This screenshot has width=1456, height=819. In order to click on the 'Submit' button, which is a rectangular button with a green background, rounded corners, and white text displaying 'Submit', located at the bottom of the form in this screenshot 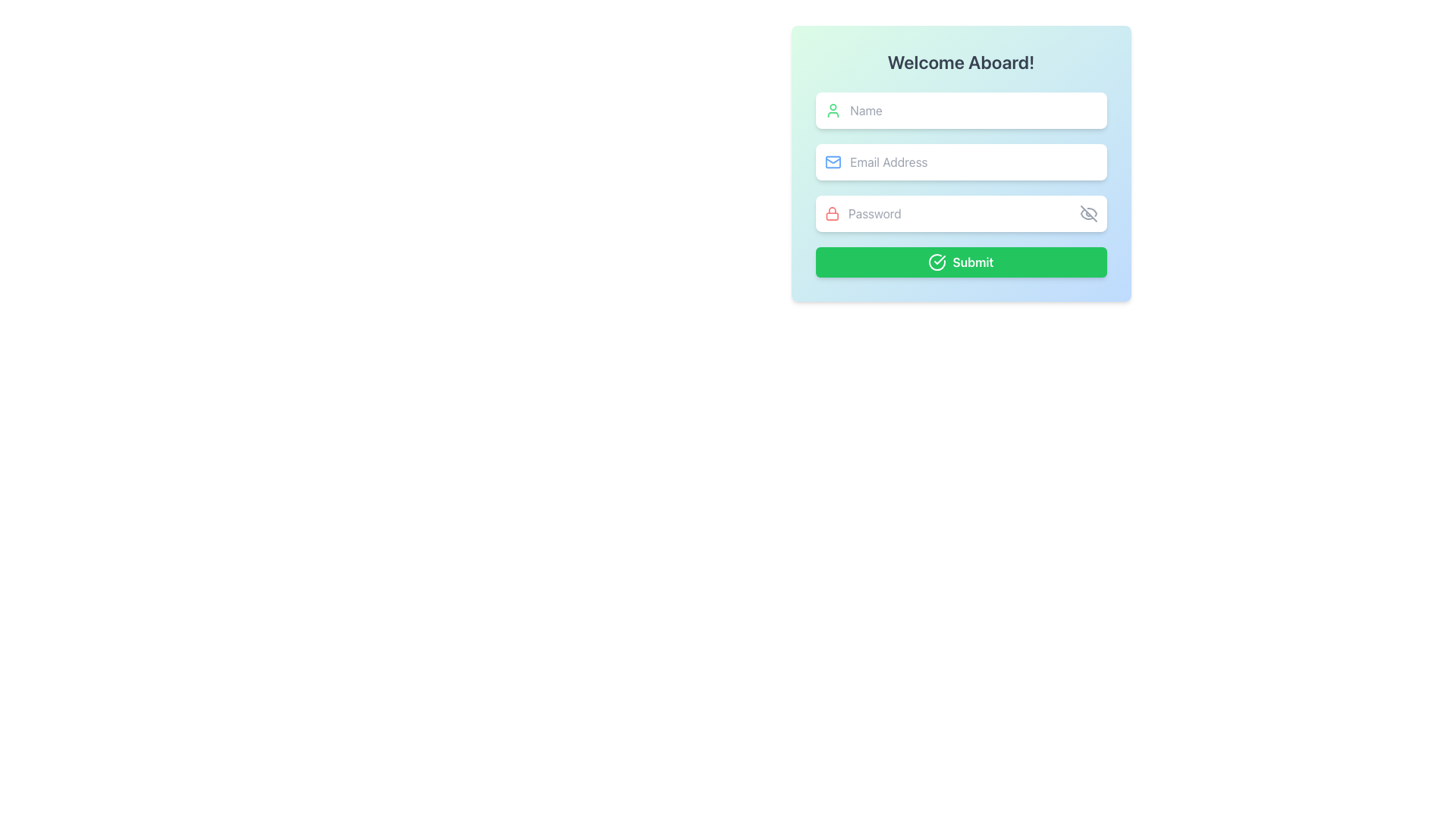, I will do `click(960, 262)`.